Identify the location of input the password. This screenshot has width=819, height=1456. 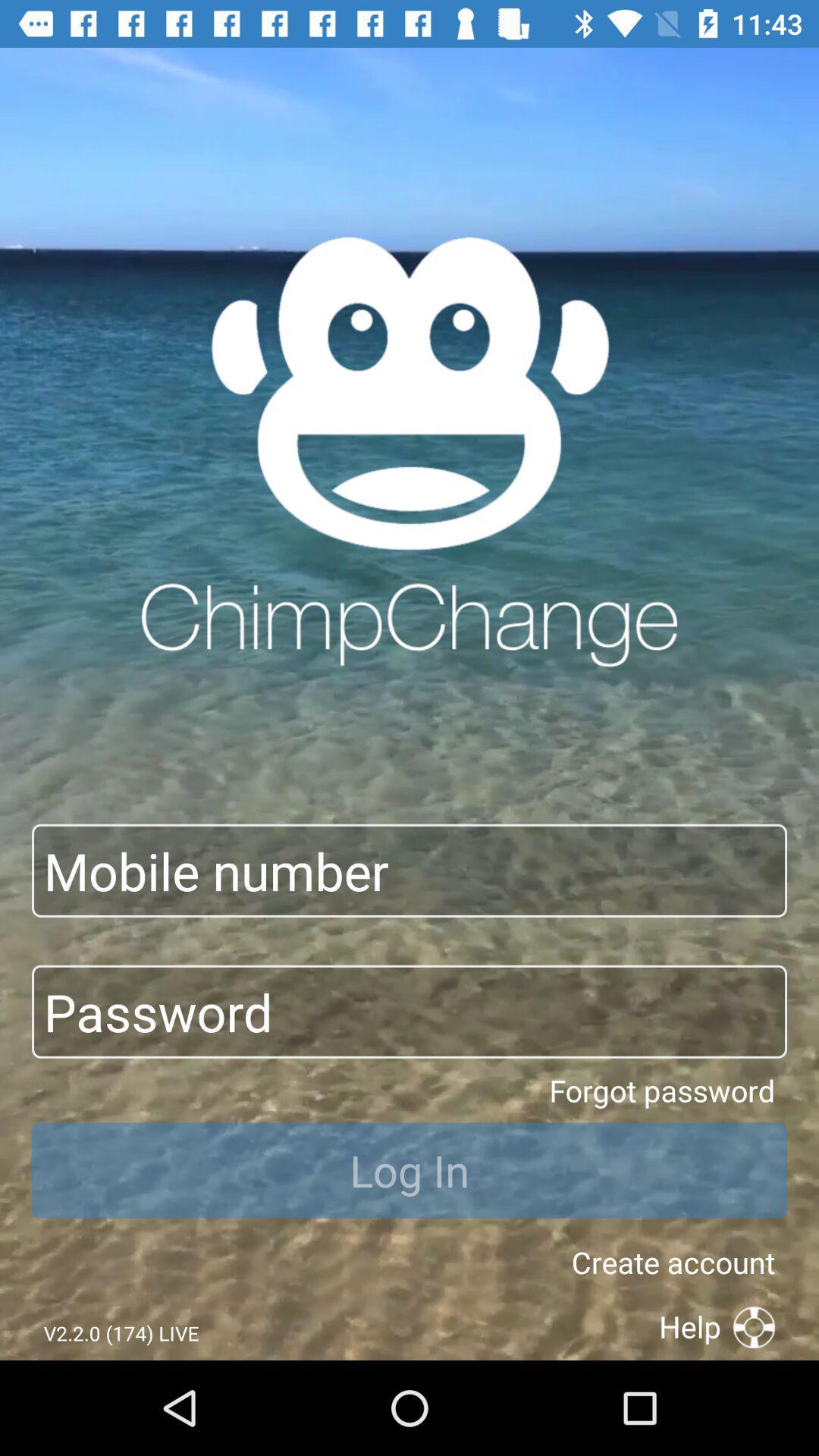
(409, 1012).